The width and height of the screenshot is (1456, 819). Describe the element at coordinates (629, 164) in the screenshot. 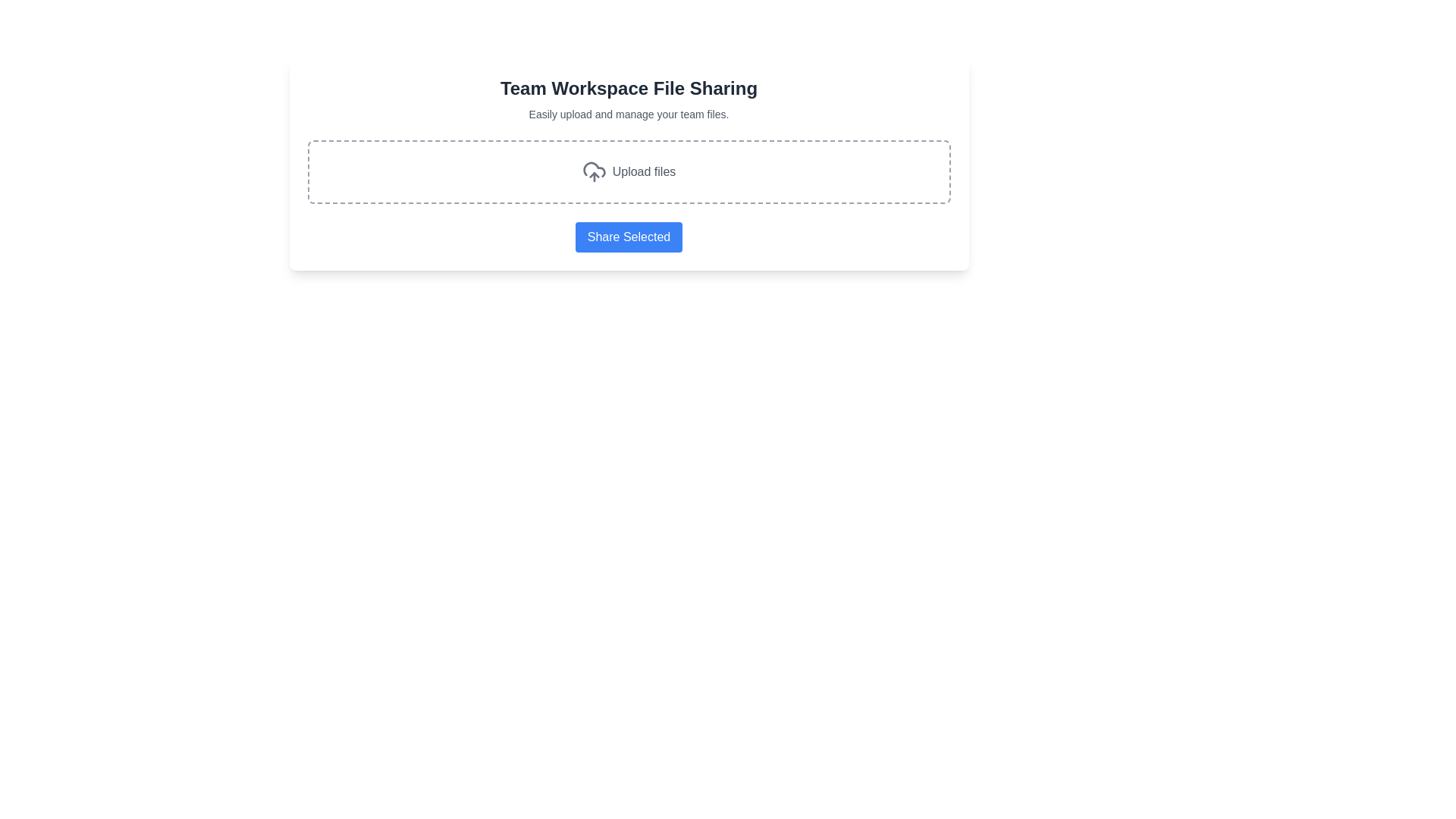

I see `header and instructions from the panel titled 'Team Workspace File Sharing' which contains an upload area and a button for sharing files` at that location.